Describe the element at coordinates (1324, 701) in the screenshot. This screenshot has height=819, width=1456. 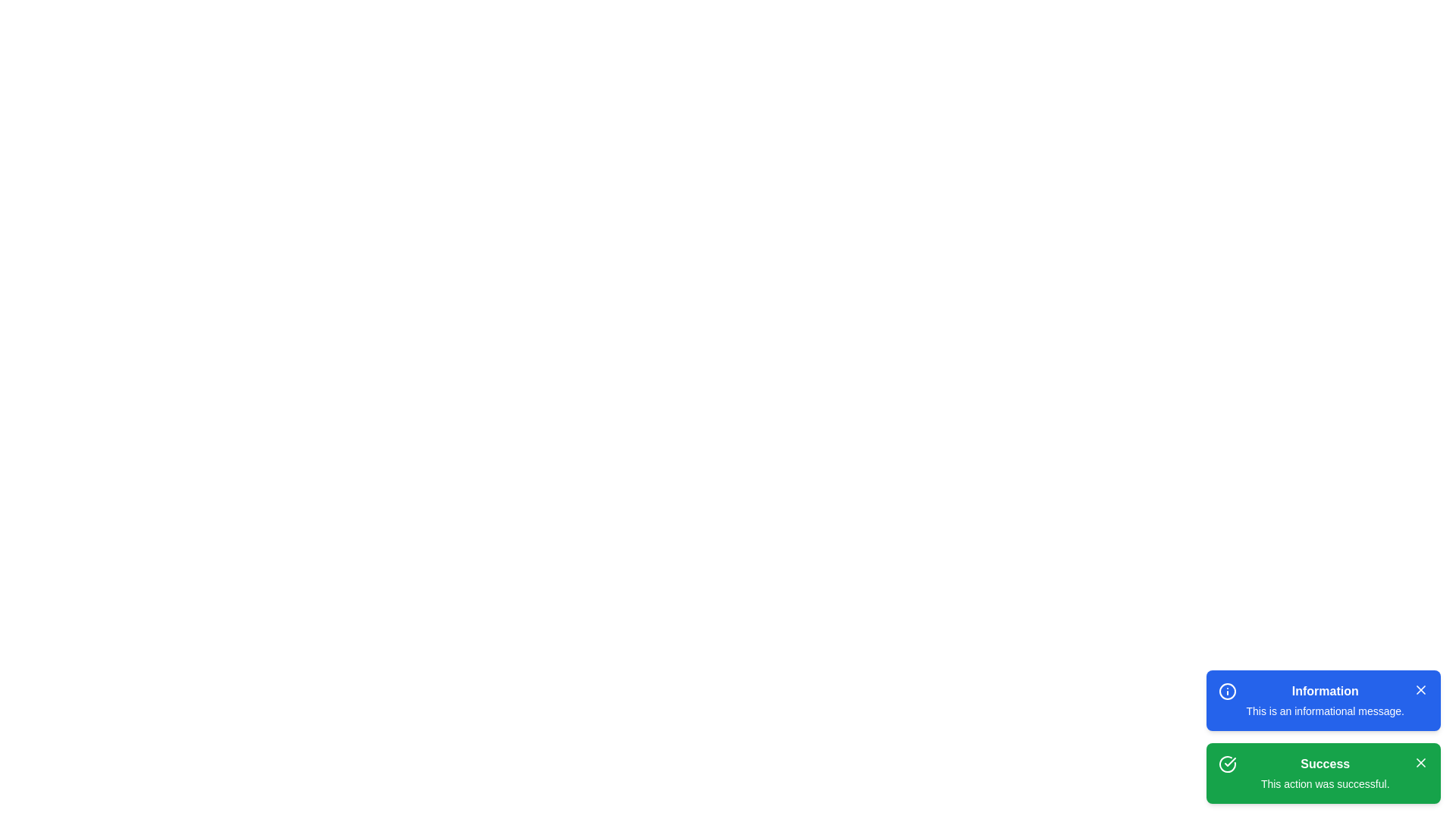
I see `message displayed in the Notification box which contains the bold 'Information' and the smaller 'This is an informational message.'` at that location.